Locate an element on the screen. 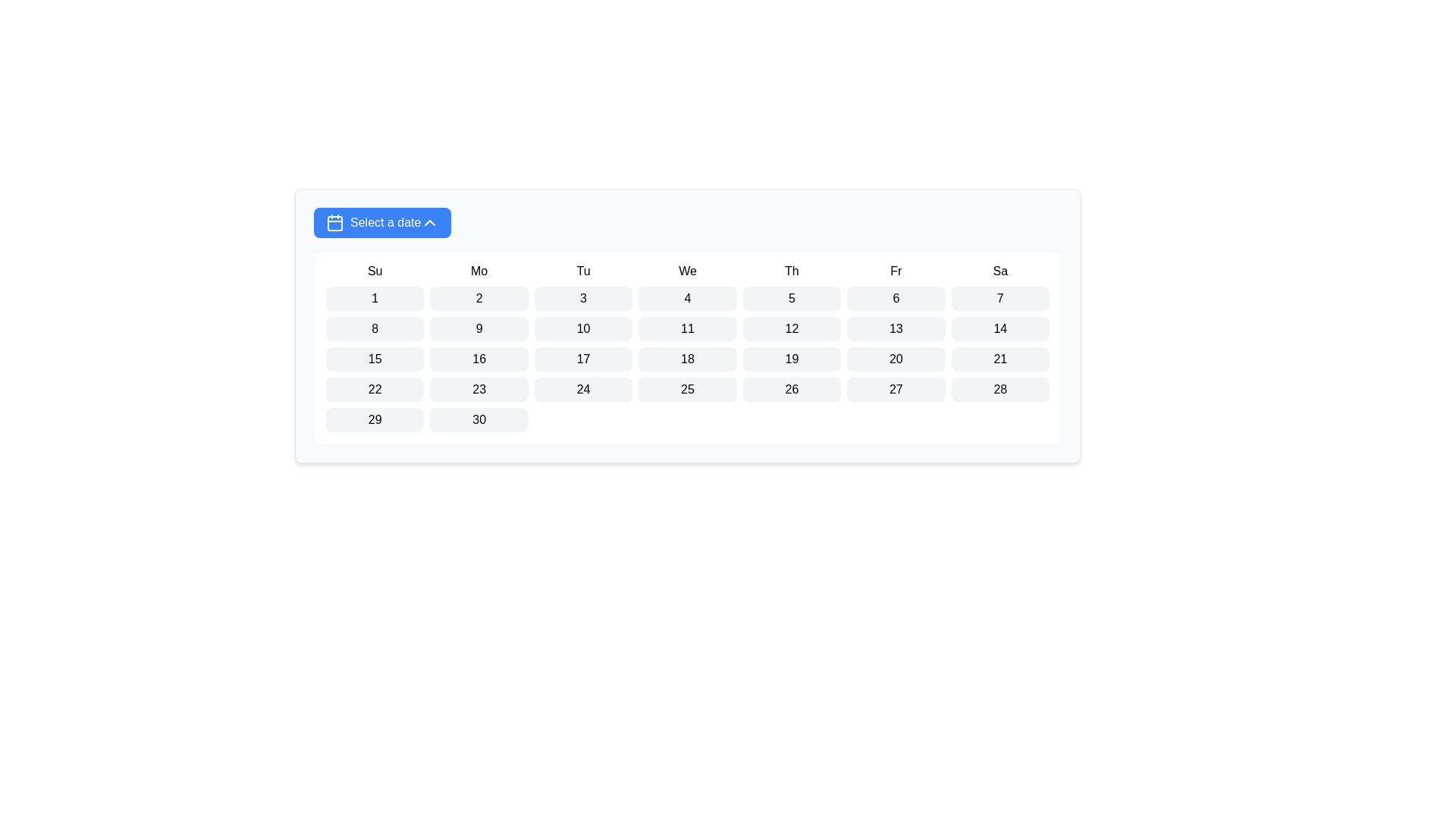 The width and height of the screenshot is (1456, 819). the rectangular button with rounded corners, displaying the number '15', located in the fourth row, first column of a calendar grid, to observe the hover effect is located at coordinates (375, 359).